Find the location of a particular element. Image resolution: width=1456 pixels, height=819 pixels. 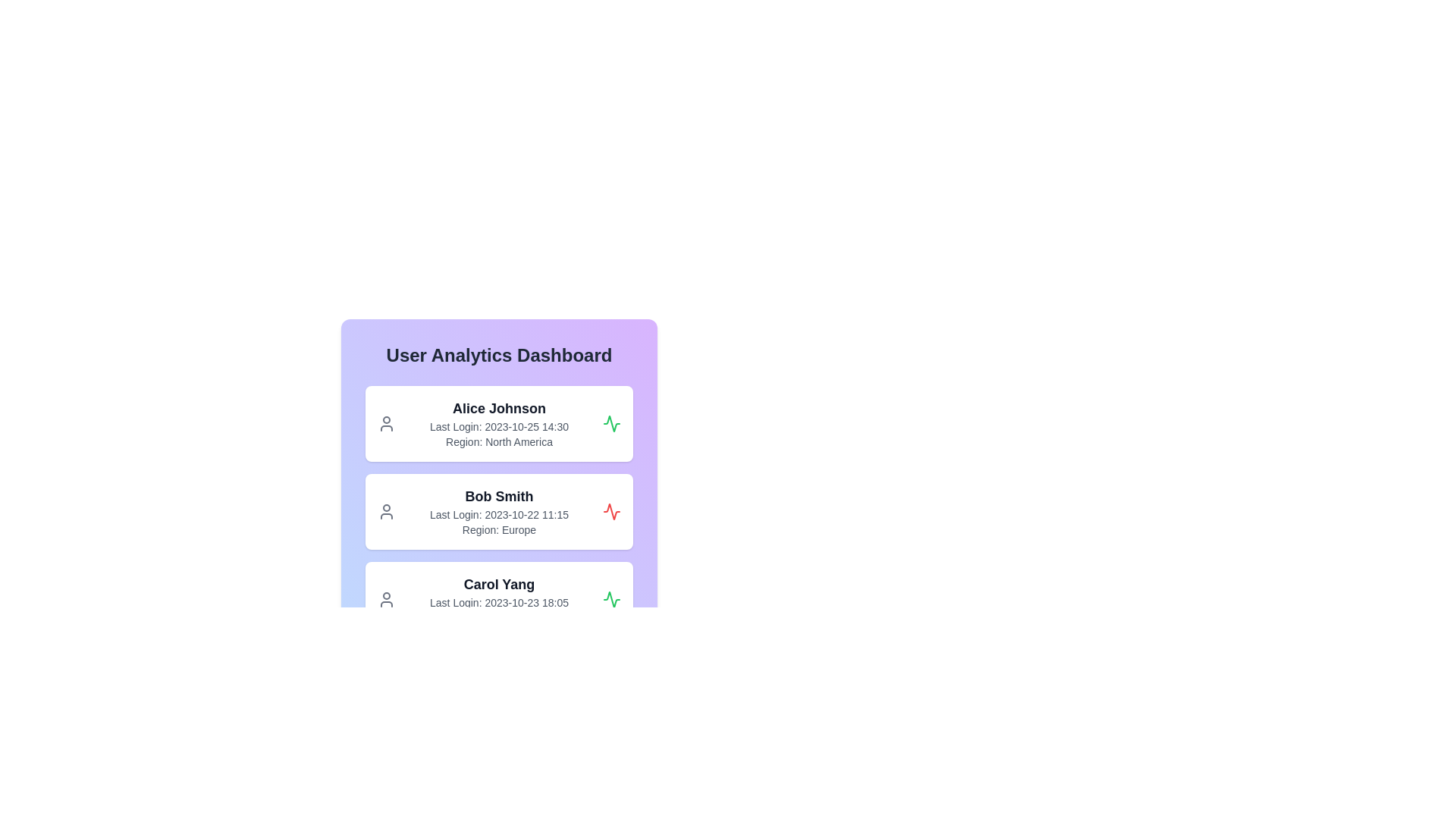

the Information display text block, which presents user-specific information such as the user's name, last login time, and associated region. It is the third card in a vertical stack of similar cards is located at coordinates (499, 598).